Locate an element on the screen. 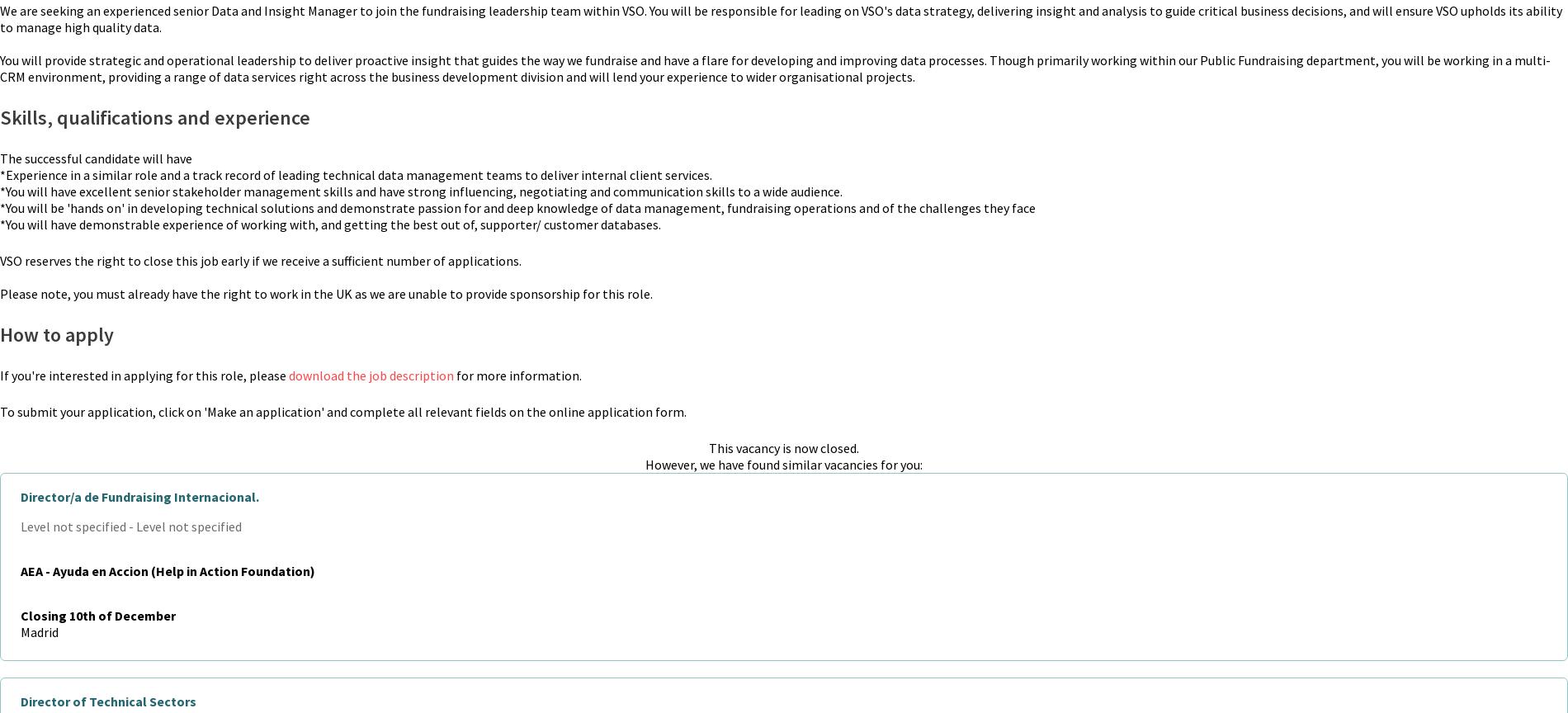 The image size is (1568, 713). 'Our Partners' is located at coordinates (830, 469).